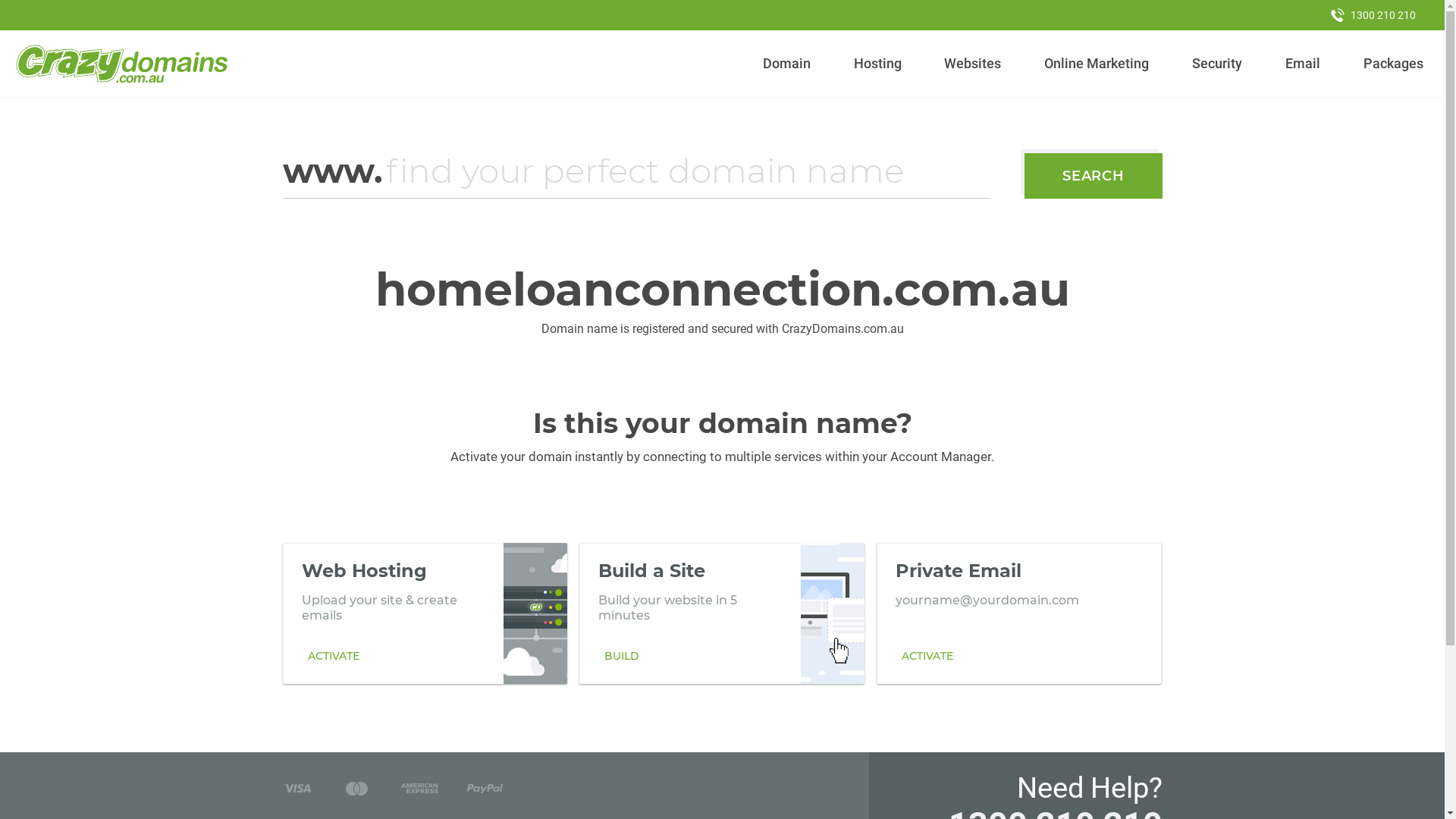  Describe the element at coordinates (877, 63) in the screenshot. I see `'Hosting'` at that location.